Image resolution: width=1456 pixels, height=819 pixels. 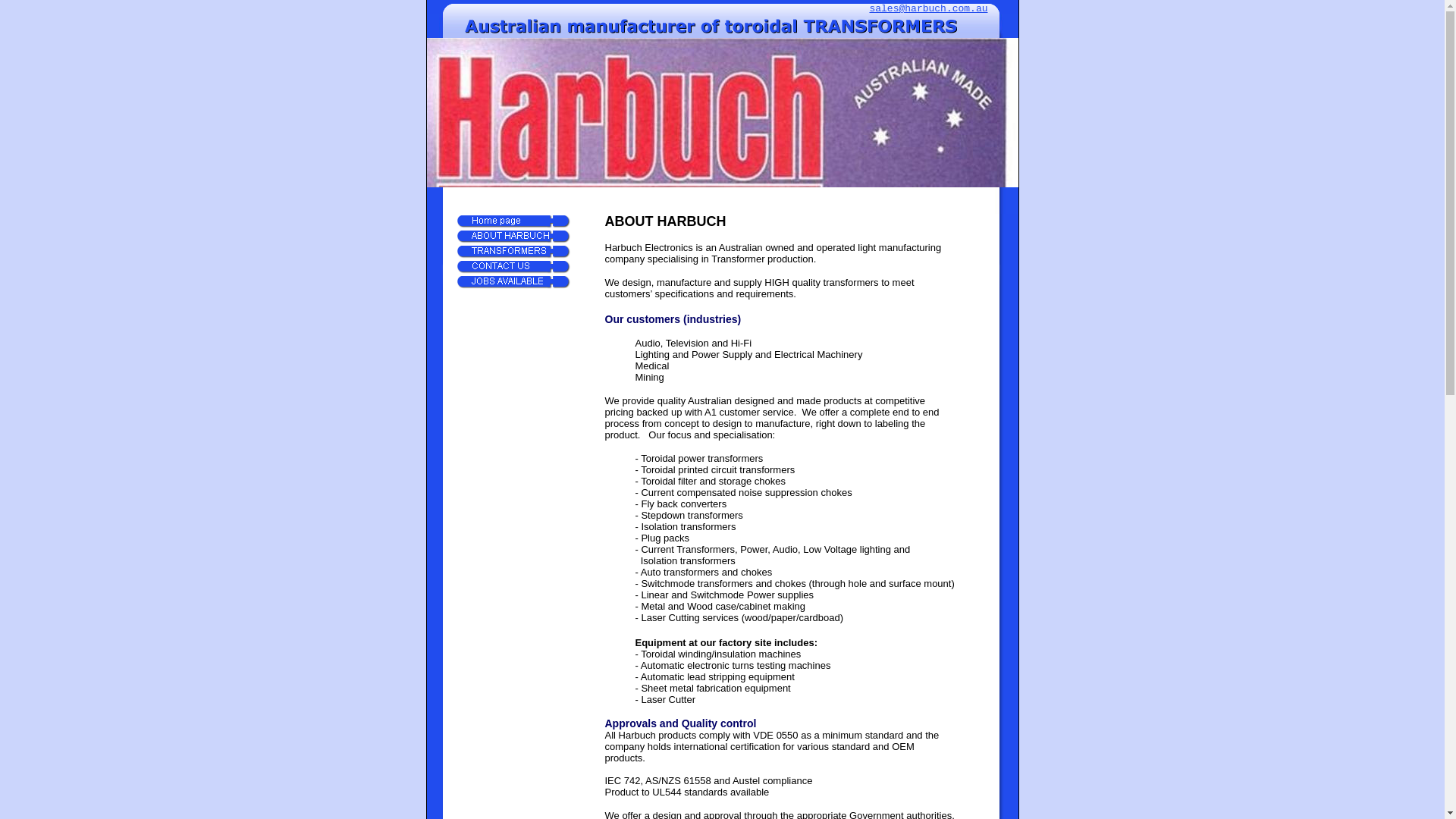 I want to click on 'CONTACT US', so click(x=455, y=265).